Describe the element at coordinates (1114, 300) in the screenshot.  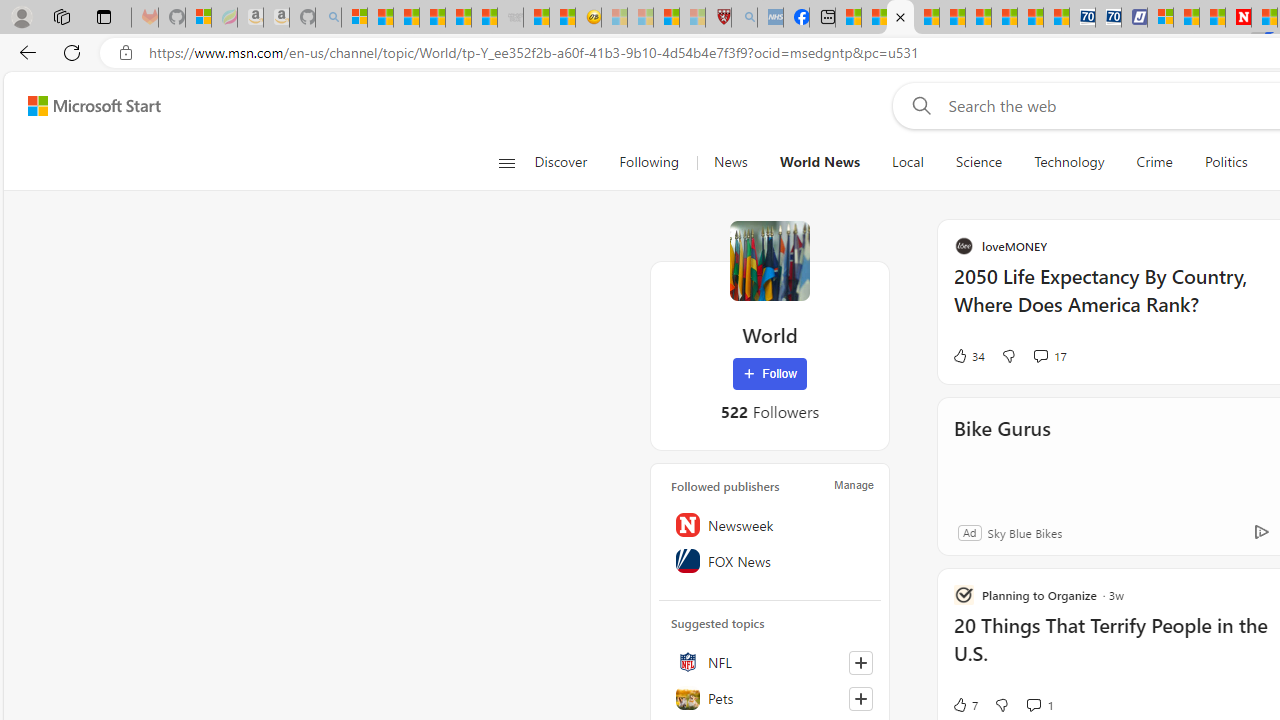
I see `'2050 Life Expectancy By Country, Where Does America Rank?'` at that location.